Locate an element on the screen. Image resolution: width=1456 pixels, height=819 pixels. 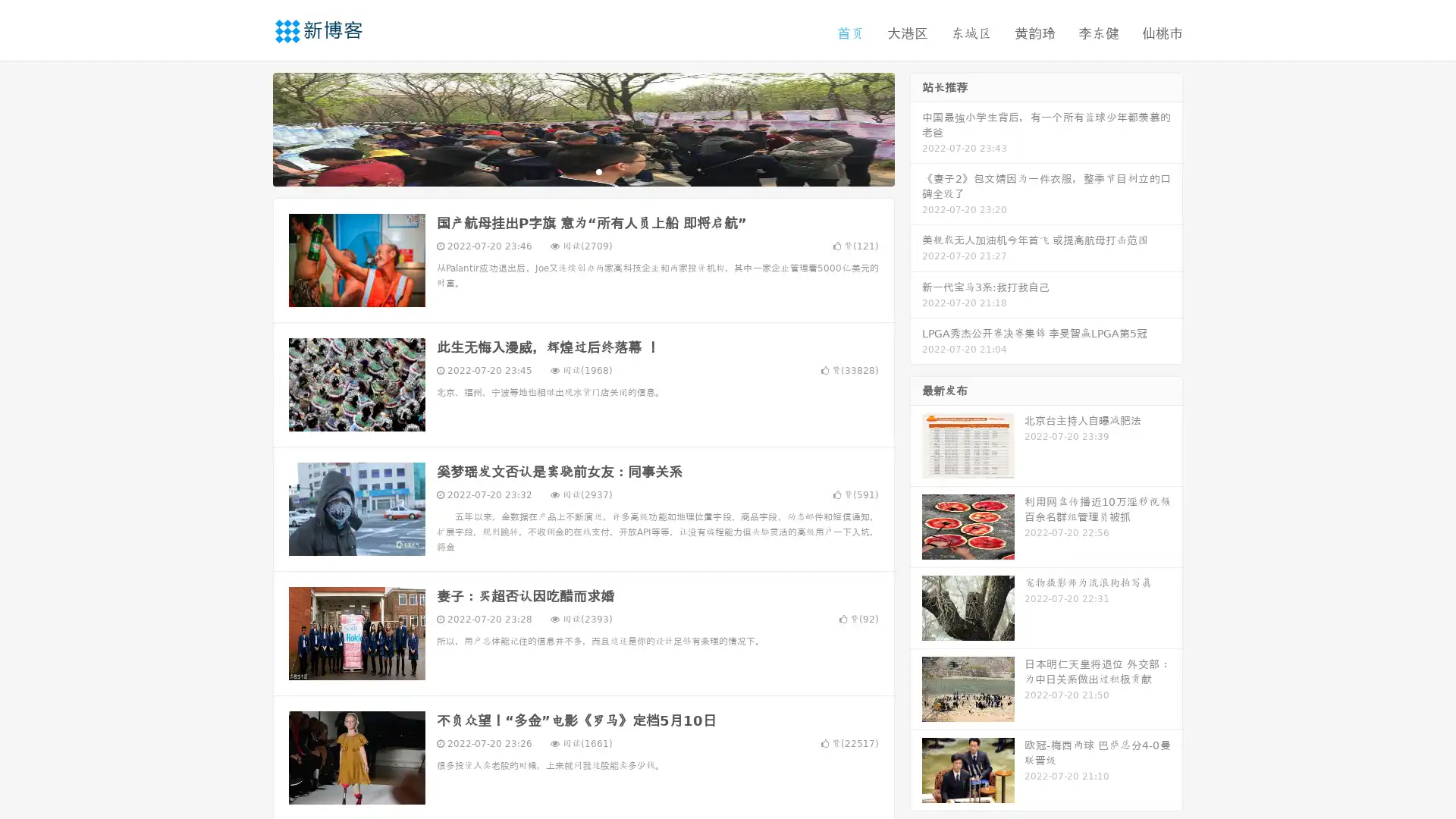
Next slide is located at coordinates (916, 127).